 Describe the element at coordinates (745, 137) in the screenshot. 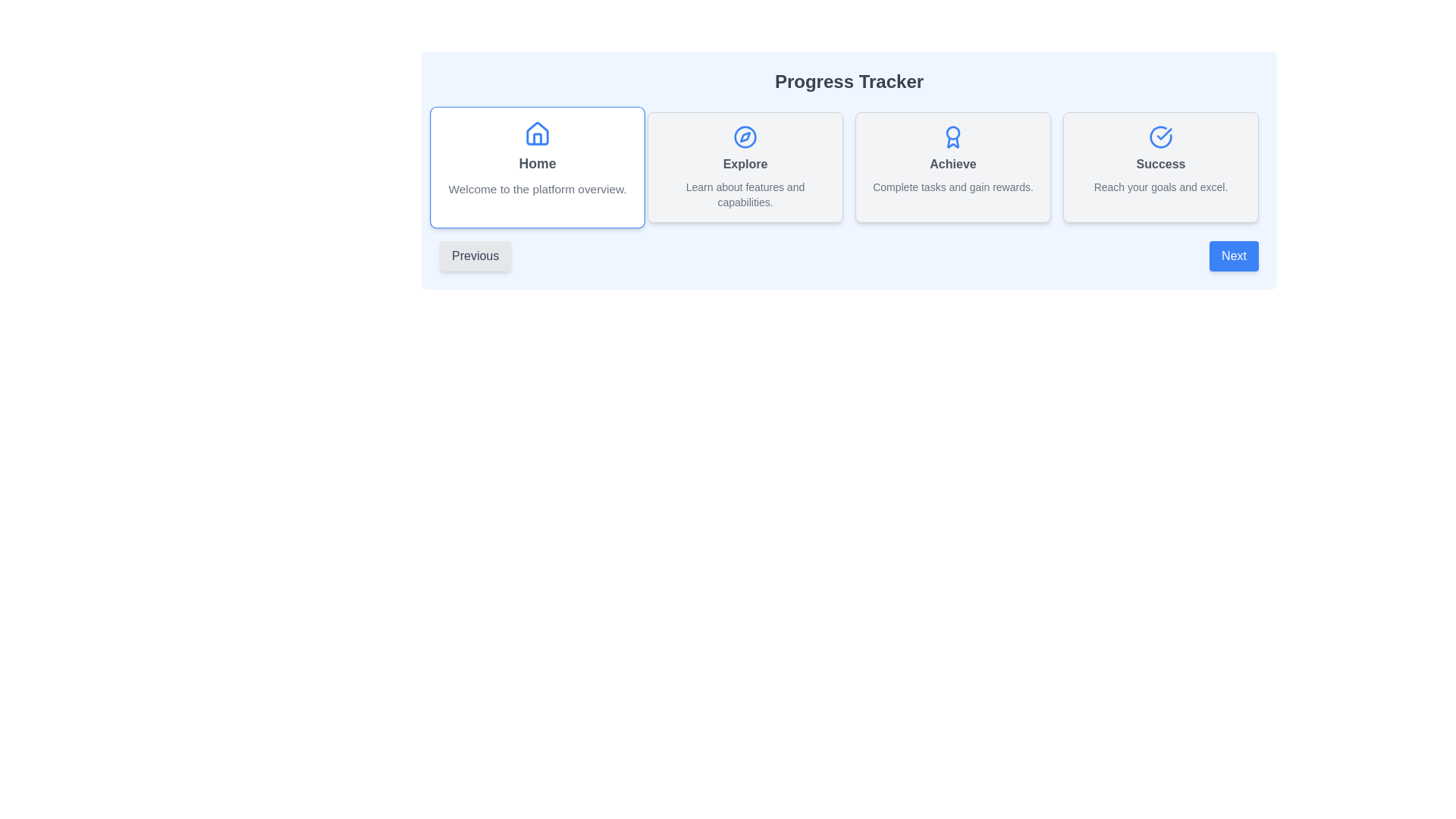

I see `the SVG Circle representing the compass in the 'Explore' card, which is the second card from the left in the 'Progress Tracker' section` at that location.